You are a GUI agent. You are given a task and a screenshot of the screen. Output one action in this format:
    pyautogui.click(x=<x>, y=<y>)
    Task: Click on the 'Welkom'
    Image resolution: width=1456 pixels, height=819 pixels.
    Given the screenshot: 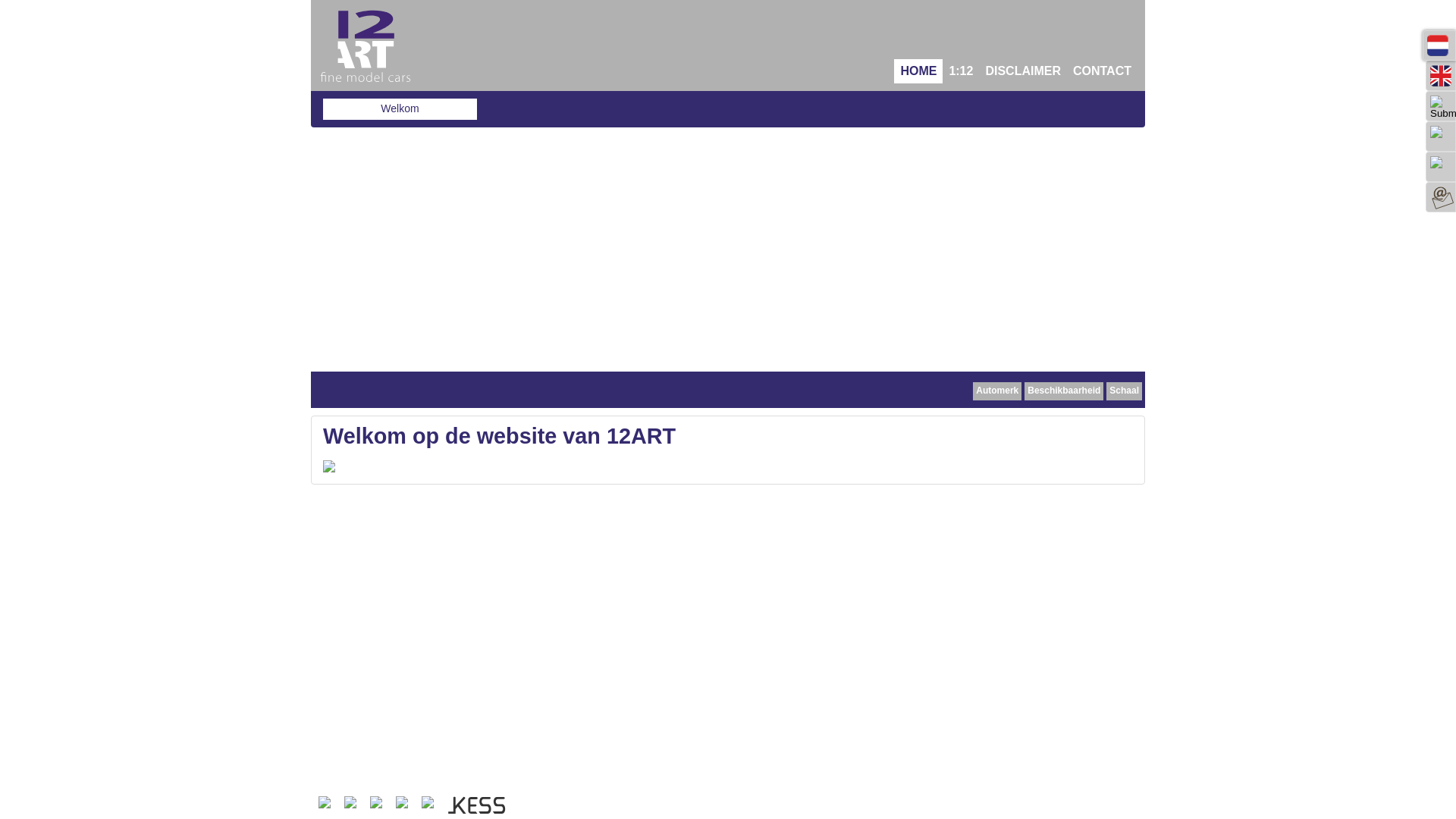 What is the action you would take?
    pyautogui.click(x=400, y=108)
    